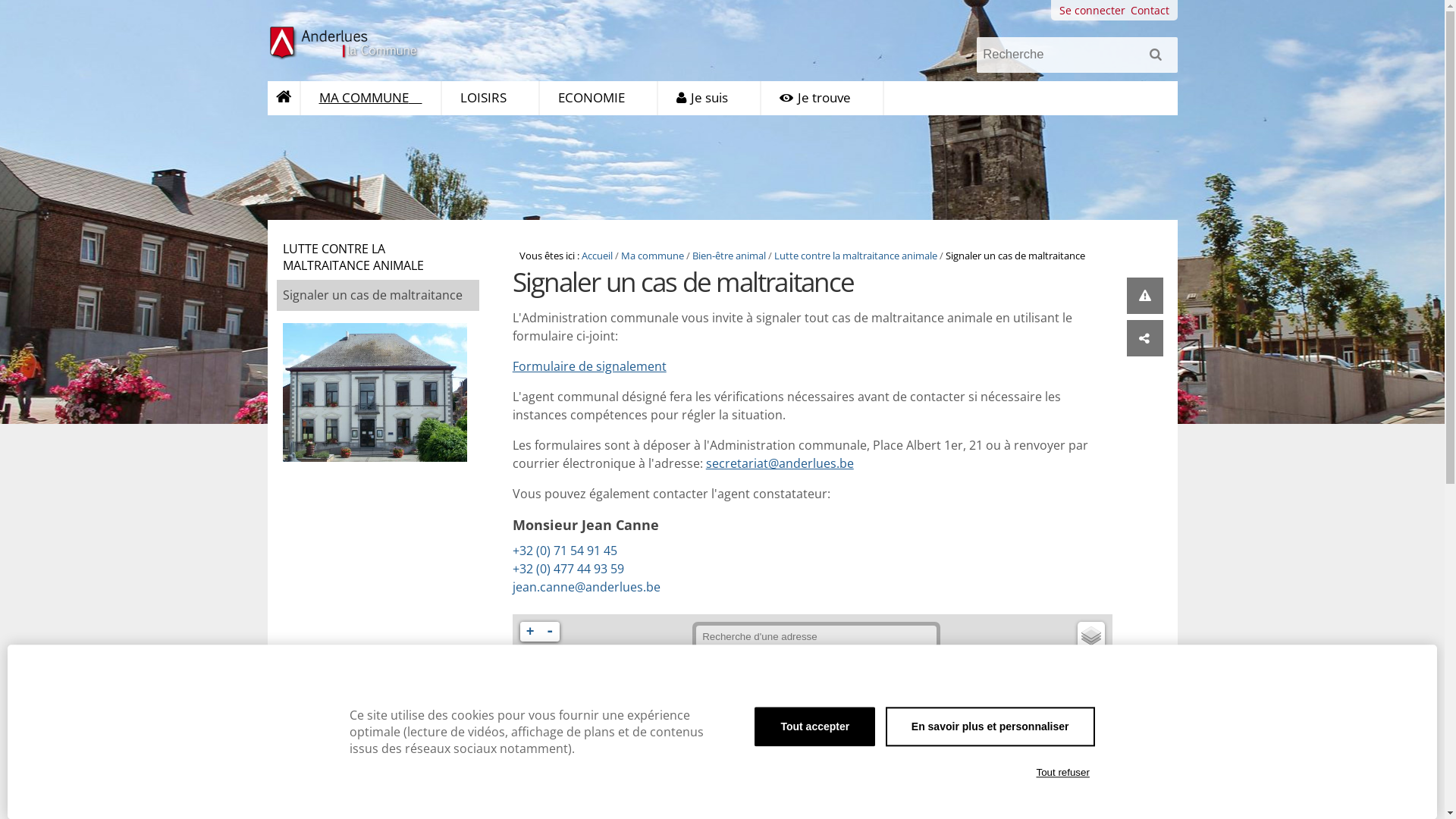 The image size is (1456, 819). What do you see at coordinates (367, 42) in the screenshot?
I see `'Anderlues la Commune'` at bounding box center [367, 42].